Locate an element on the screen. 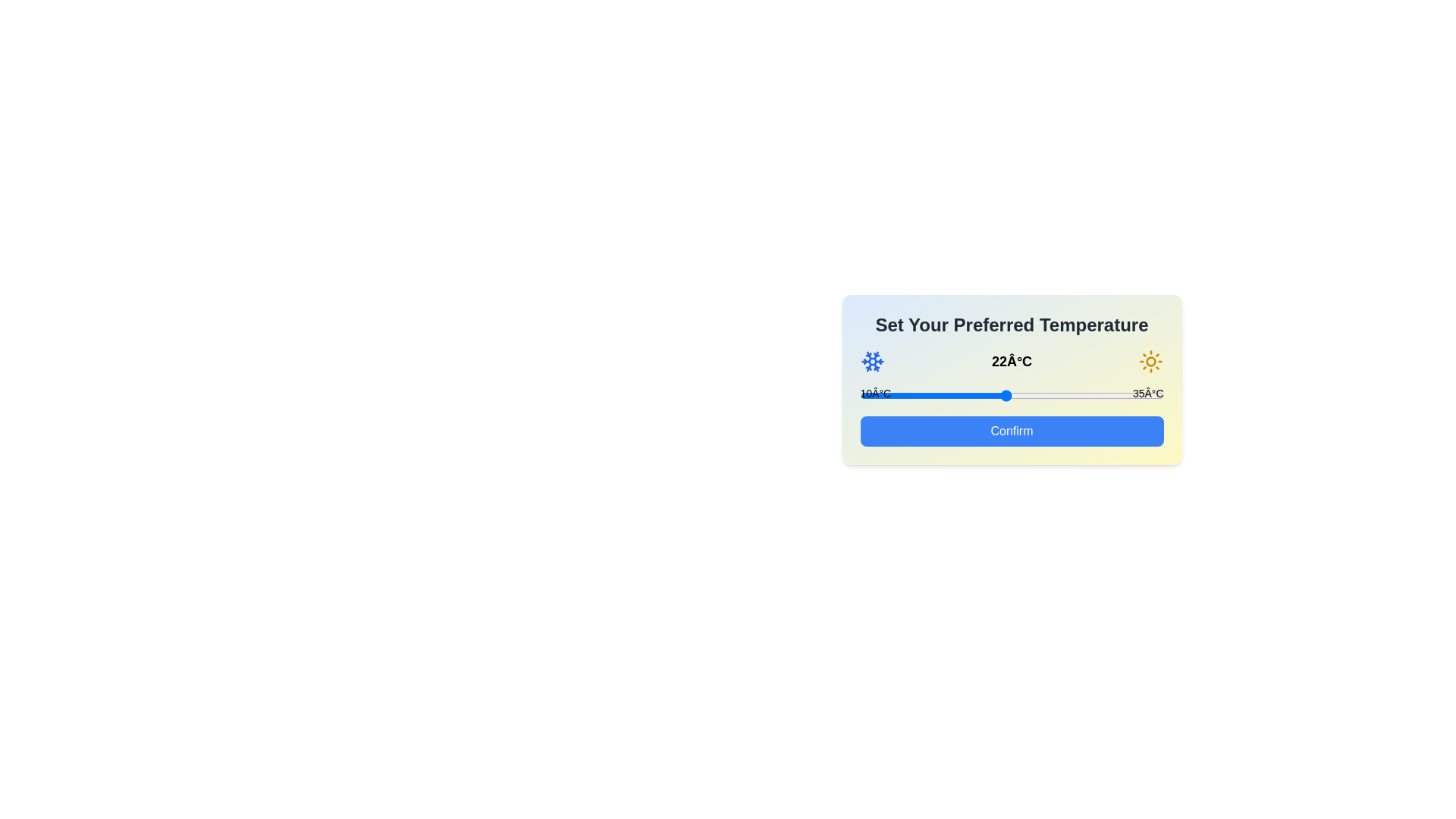  the 'Confirm' button to finalize the temperature selection is located at coordinates (1012, 431).